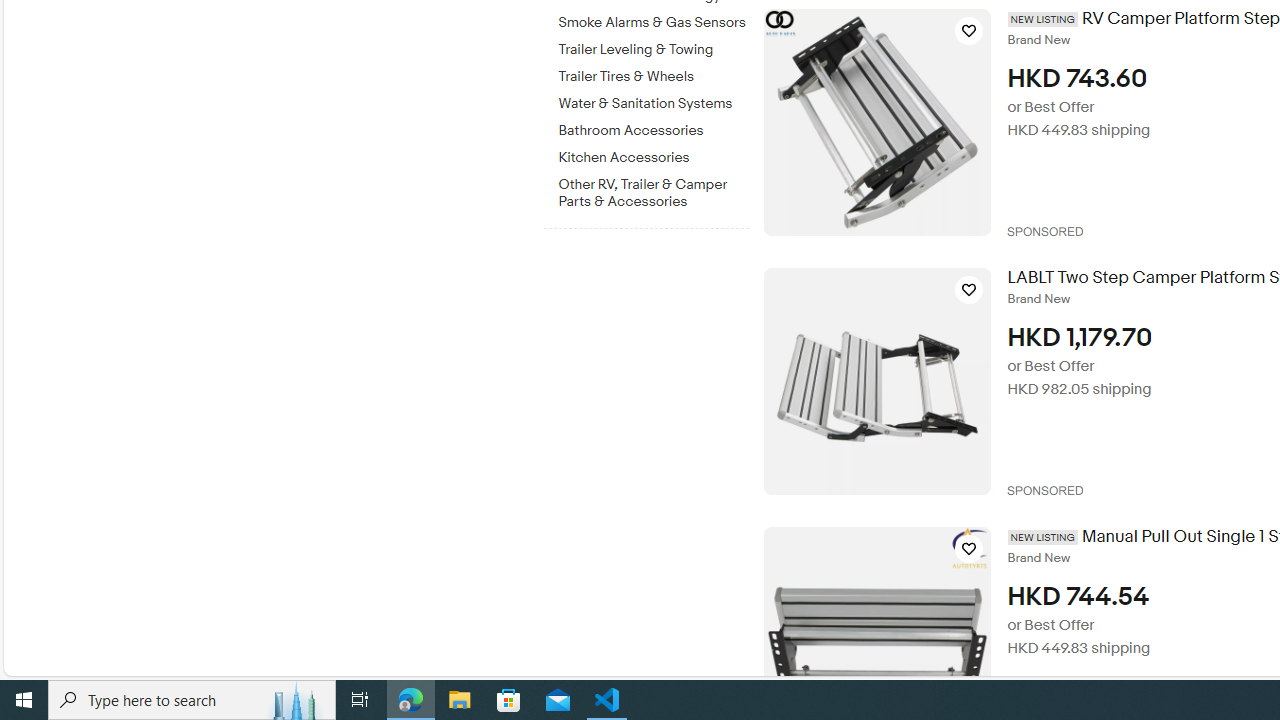 The image size is (1280, 720). What do you see at coordinates (653, 127) in the screenshot?
I see `'Bathroom Accessories'` at bounding box center [653, 127].